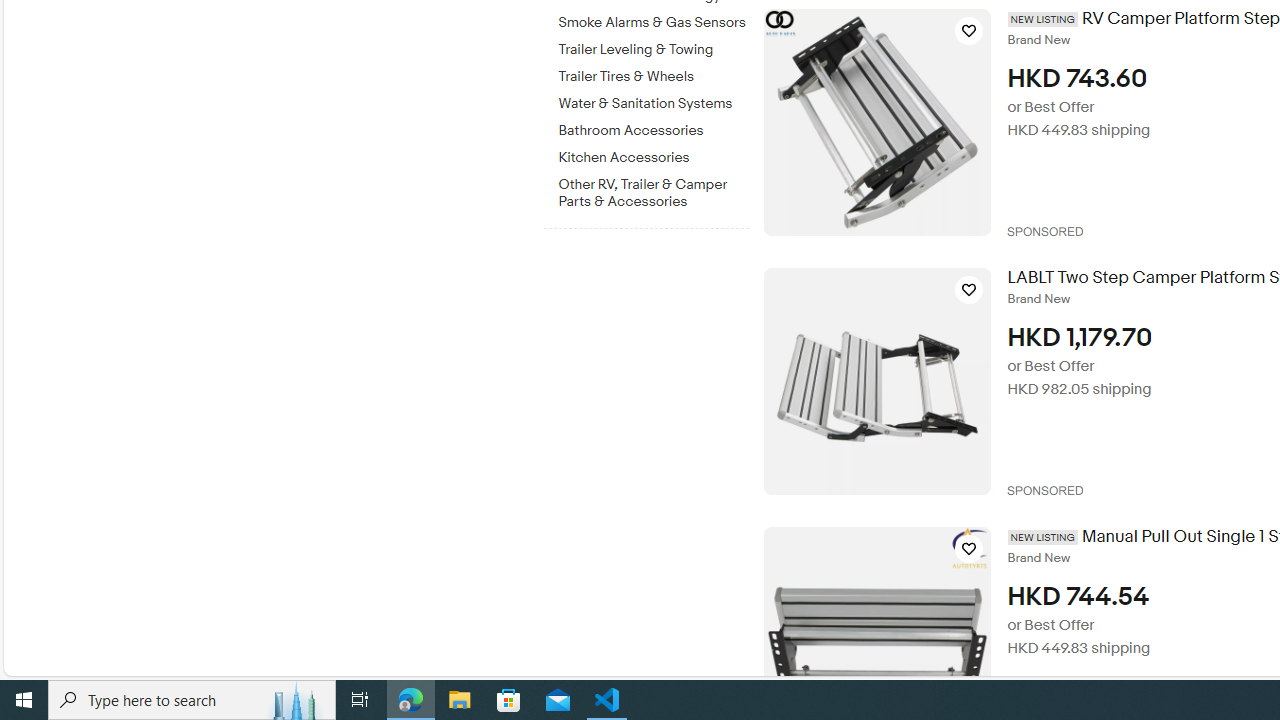 The image size is (1280, 720). What do you see at coordinates (653, 127) in the screenshot?
I see `'Bathroom Accessories'` at bounding box center [653, 127].